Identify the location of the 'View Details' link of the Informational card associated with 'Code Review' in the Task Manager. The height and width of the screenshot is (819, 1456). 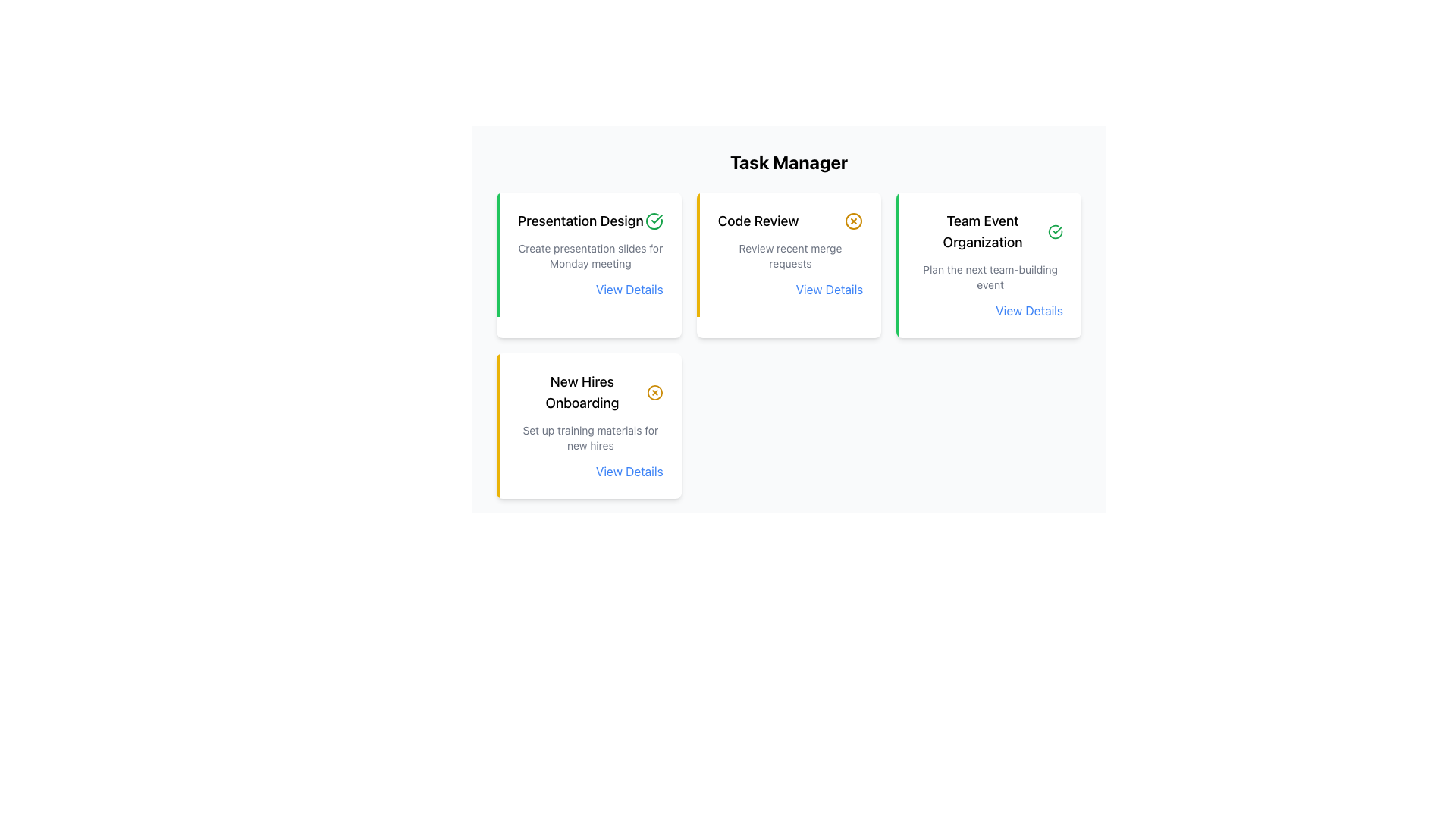
(789, 265).